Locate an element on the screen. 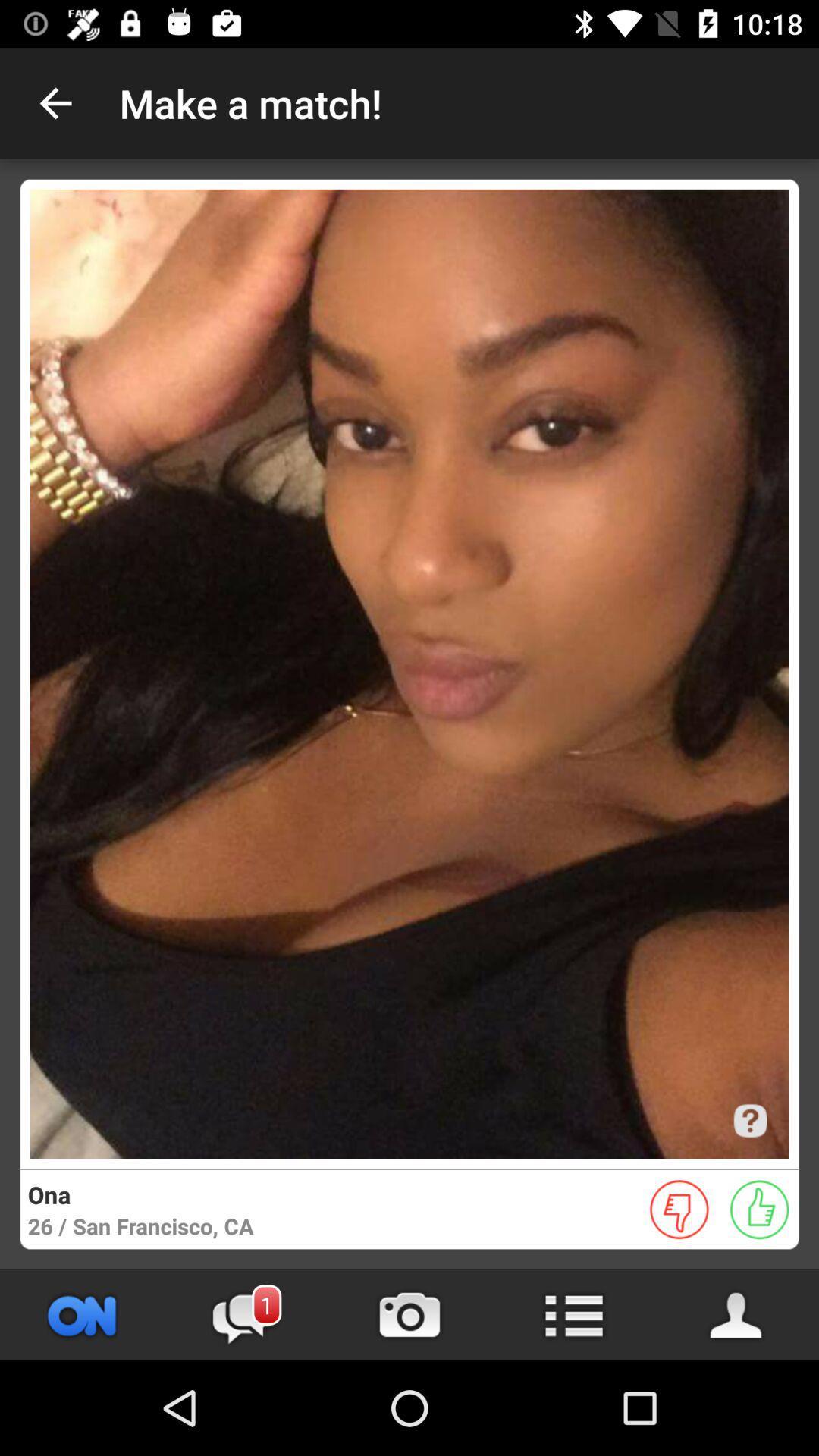  the sliders icon is located at coordinates (82, 1314).